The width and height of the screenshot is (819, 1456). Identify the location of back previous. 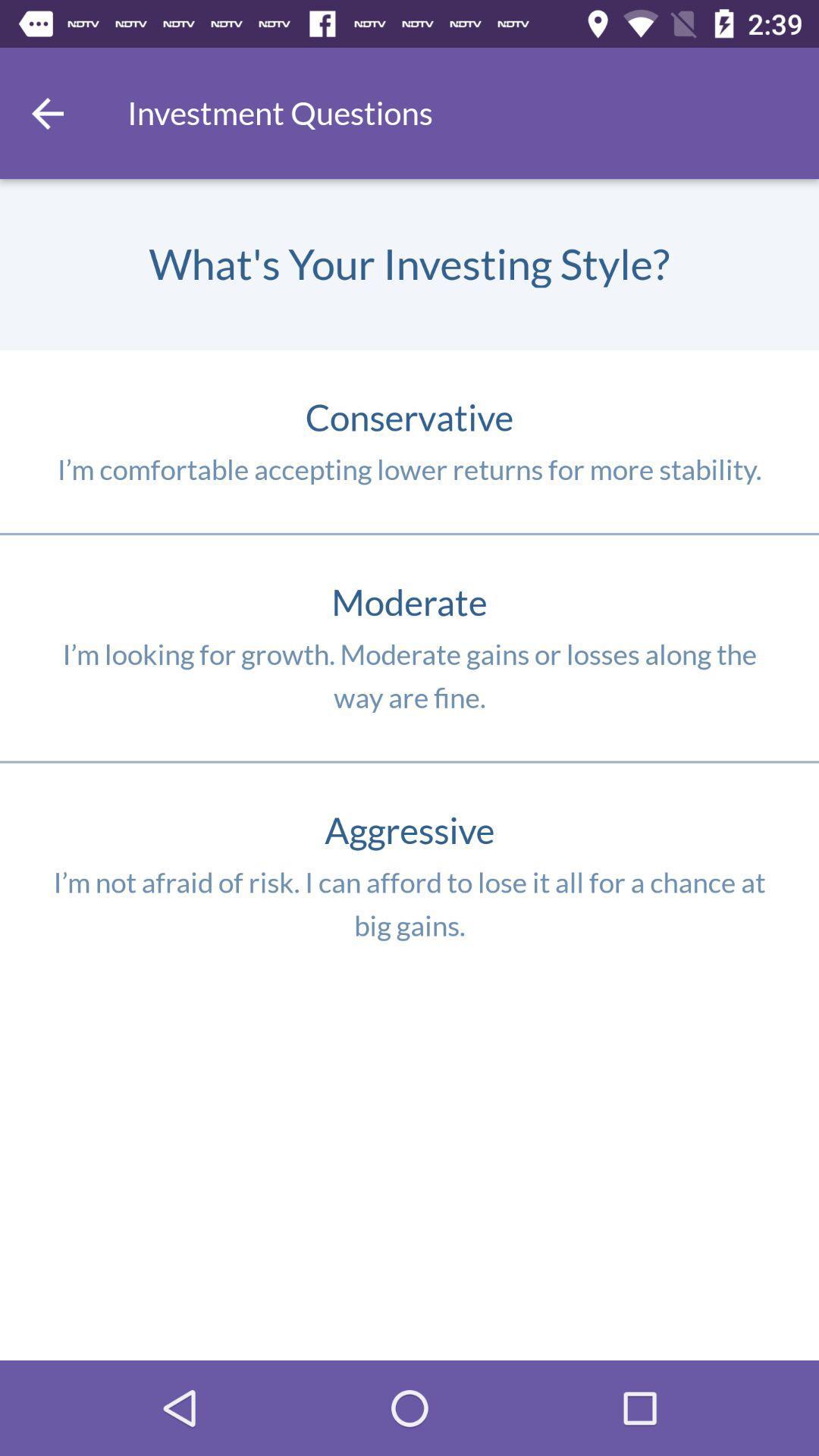
(46, 112).